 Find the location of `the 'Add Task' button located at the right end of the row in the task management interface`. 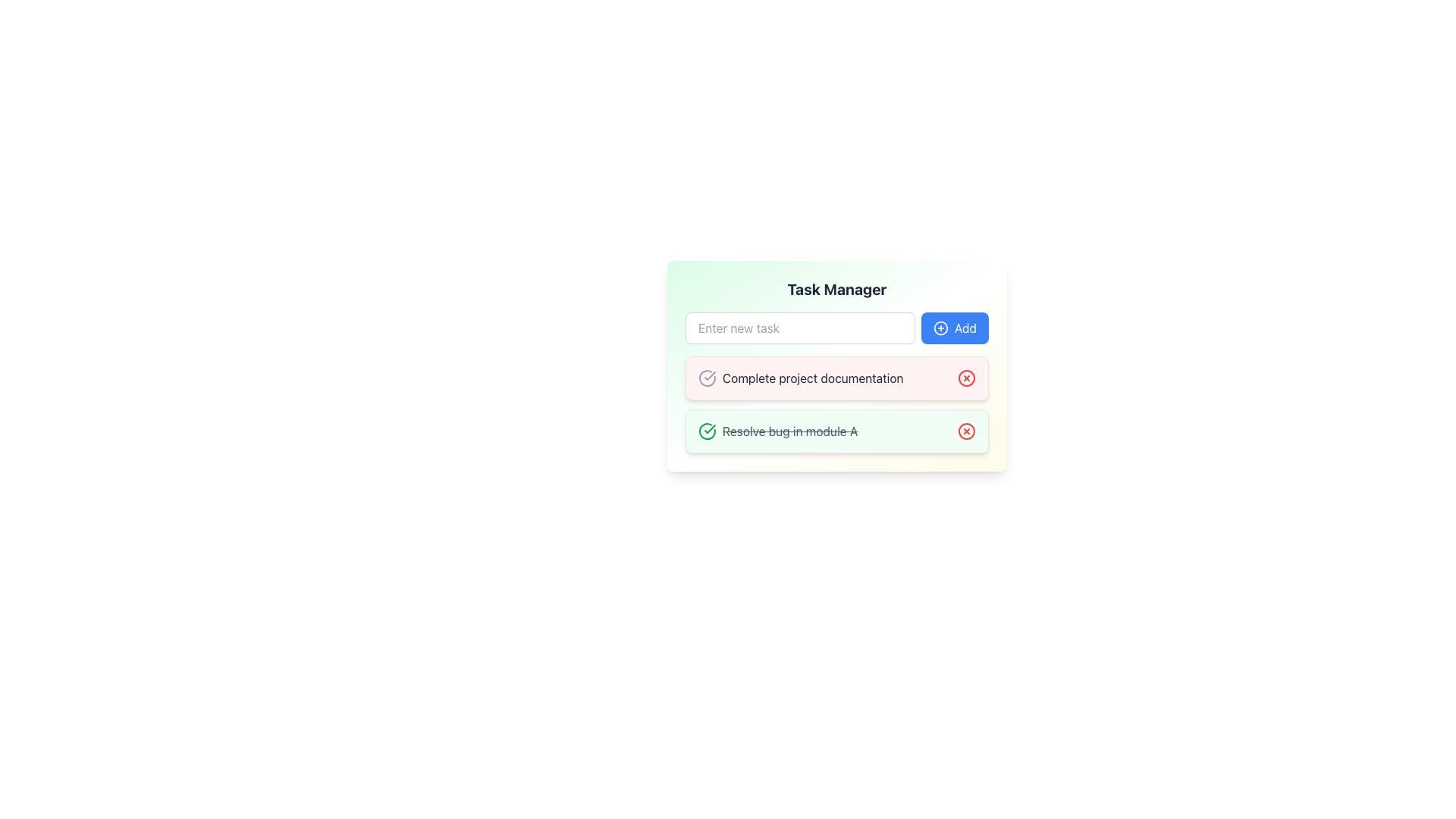

the 'Add Task' button located at the right end of the row in the task management interface is located at coordinates (954, 327).